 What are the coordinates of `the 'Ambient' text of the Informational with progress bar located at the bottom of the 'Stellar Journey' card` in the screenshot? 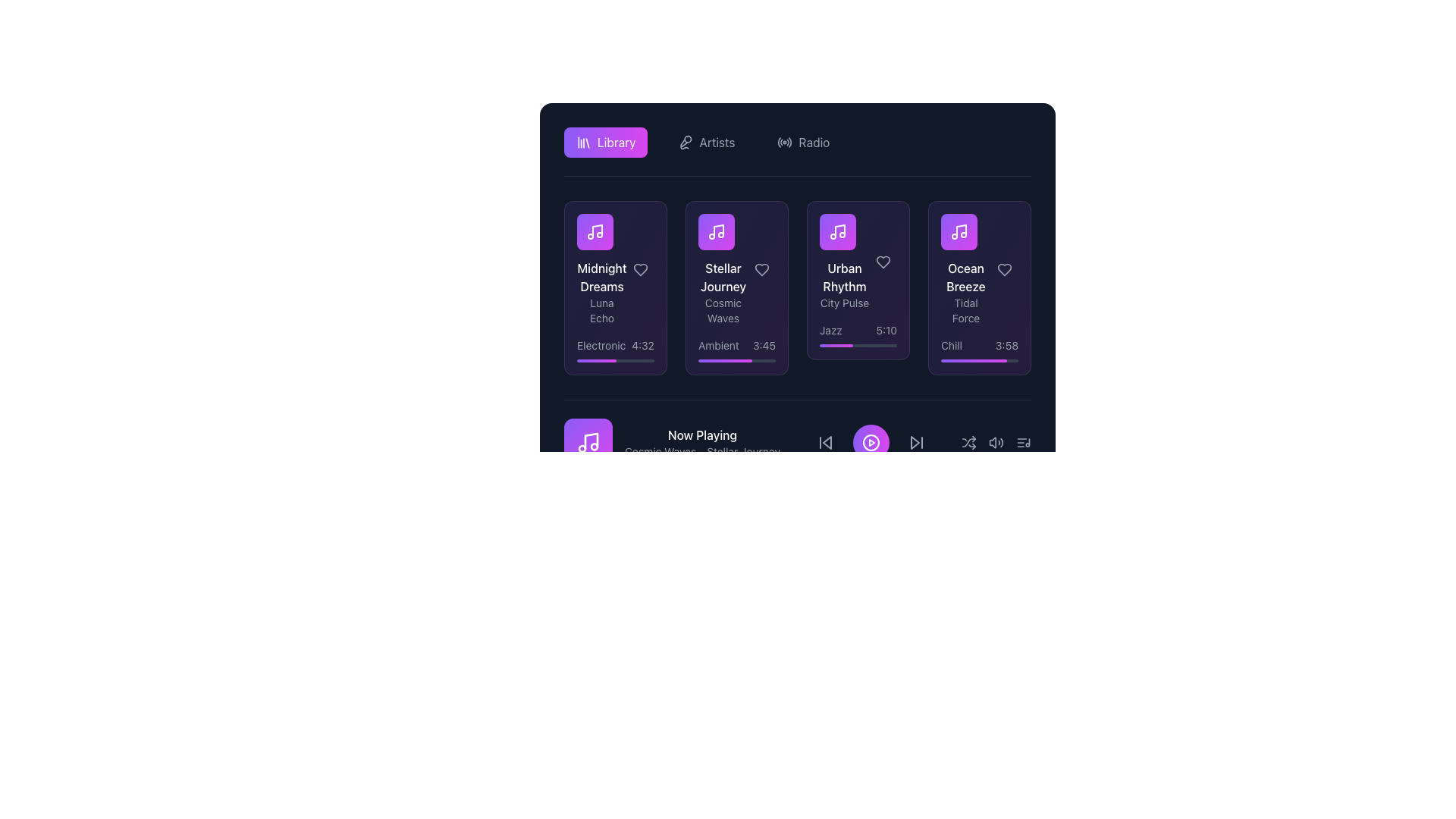 It's located at (736, 350).